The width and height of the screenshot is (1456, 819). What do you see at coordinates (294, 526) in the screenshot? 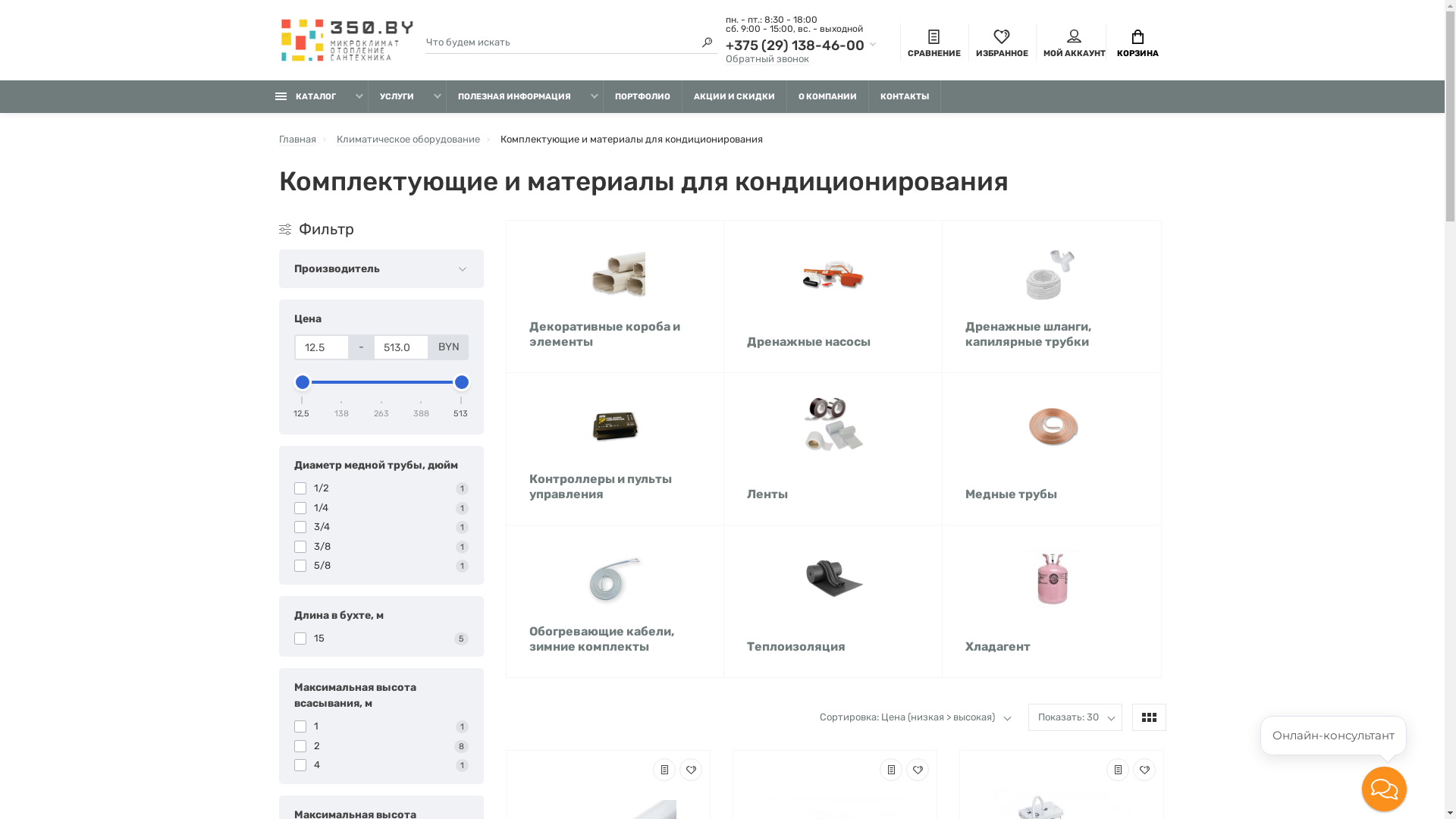
I see `'3/4` at bounding box center [294, 526].